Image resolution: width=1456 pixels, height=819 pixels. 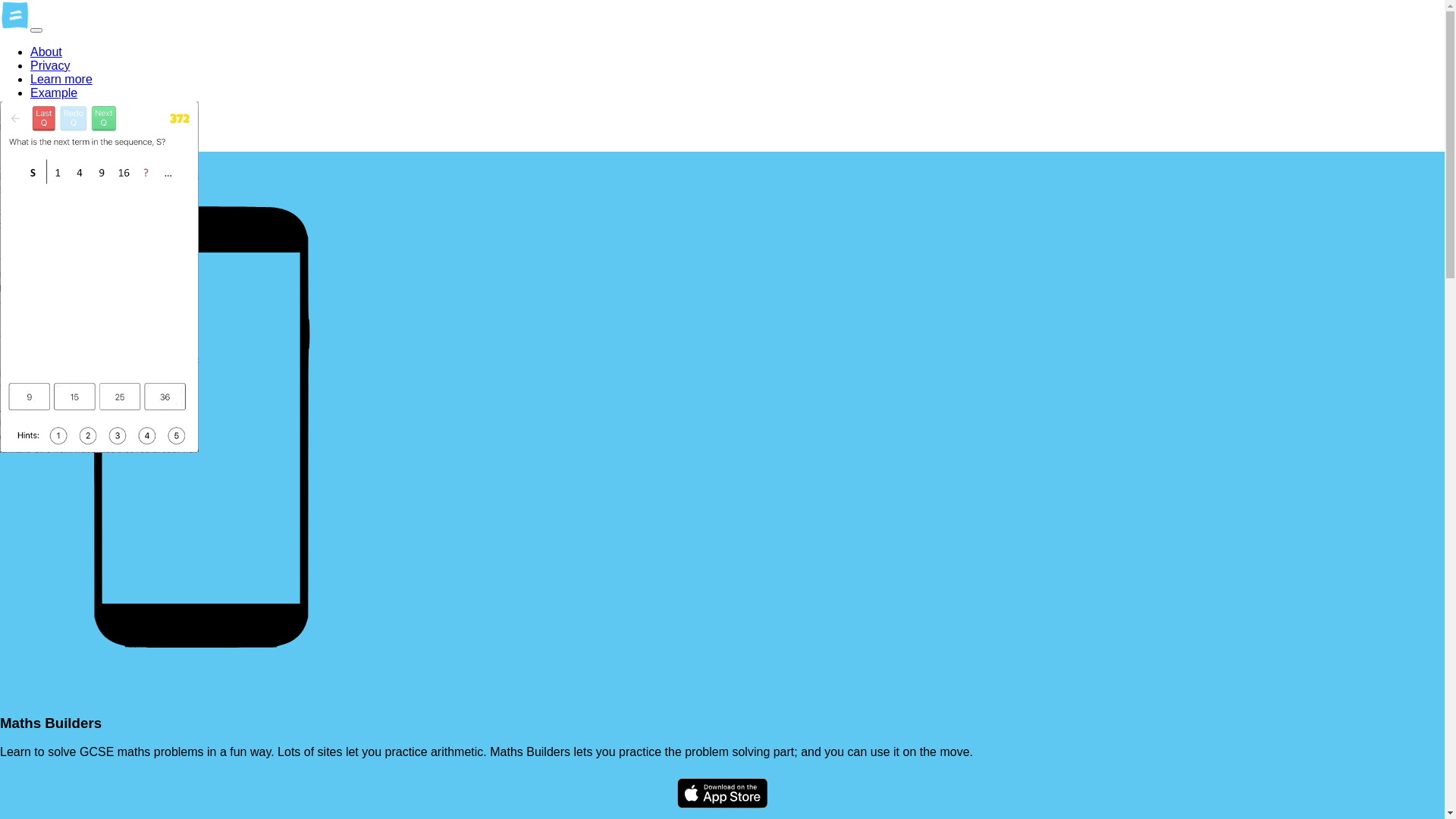 I want to click on 'Privacy', so click(x=50, y=64).